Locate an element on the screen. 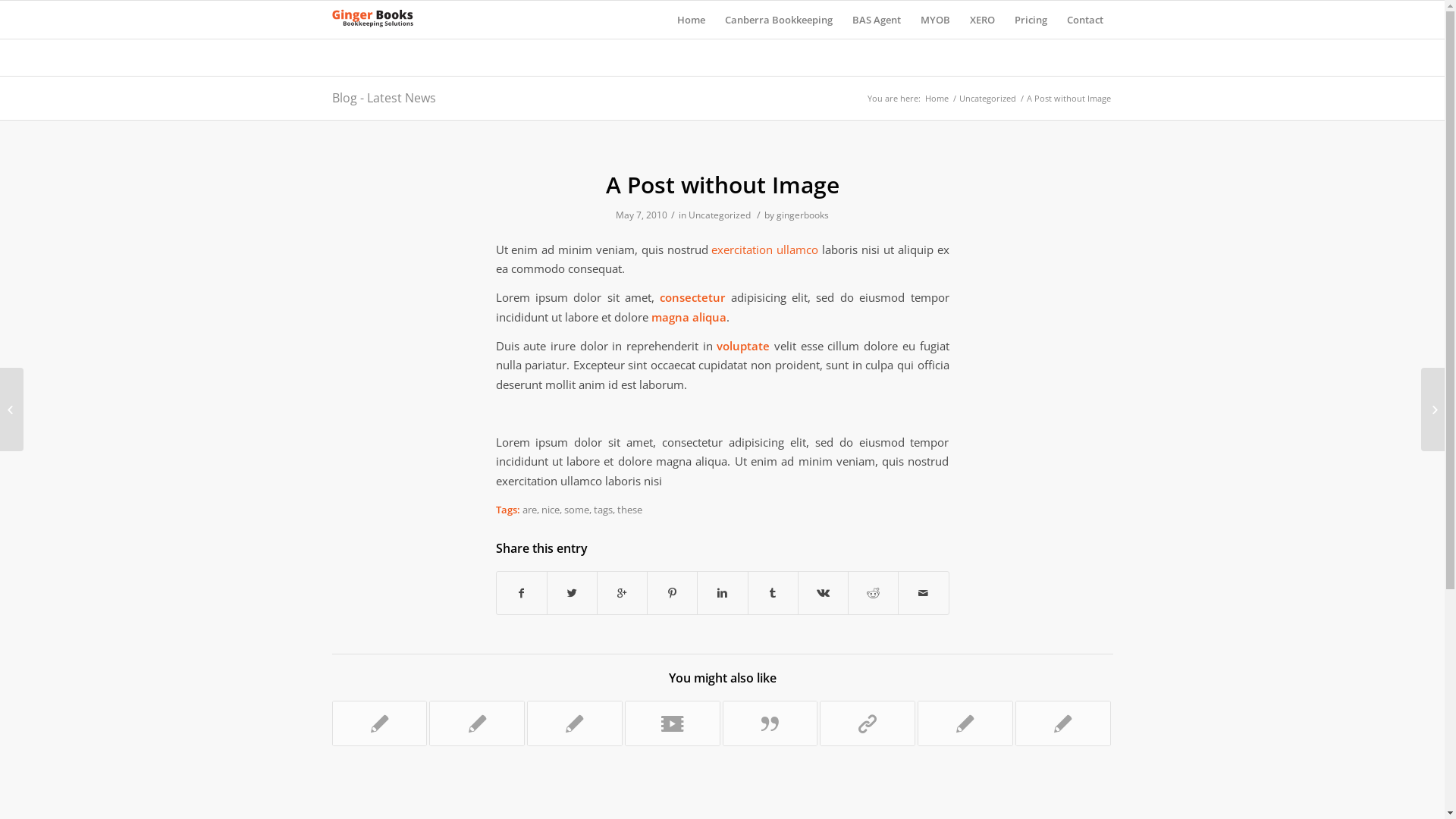  'gingerbooks' is located at coordinates (776, 215).